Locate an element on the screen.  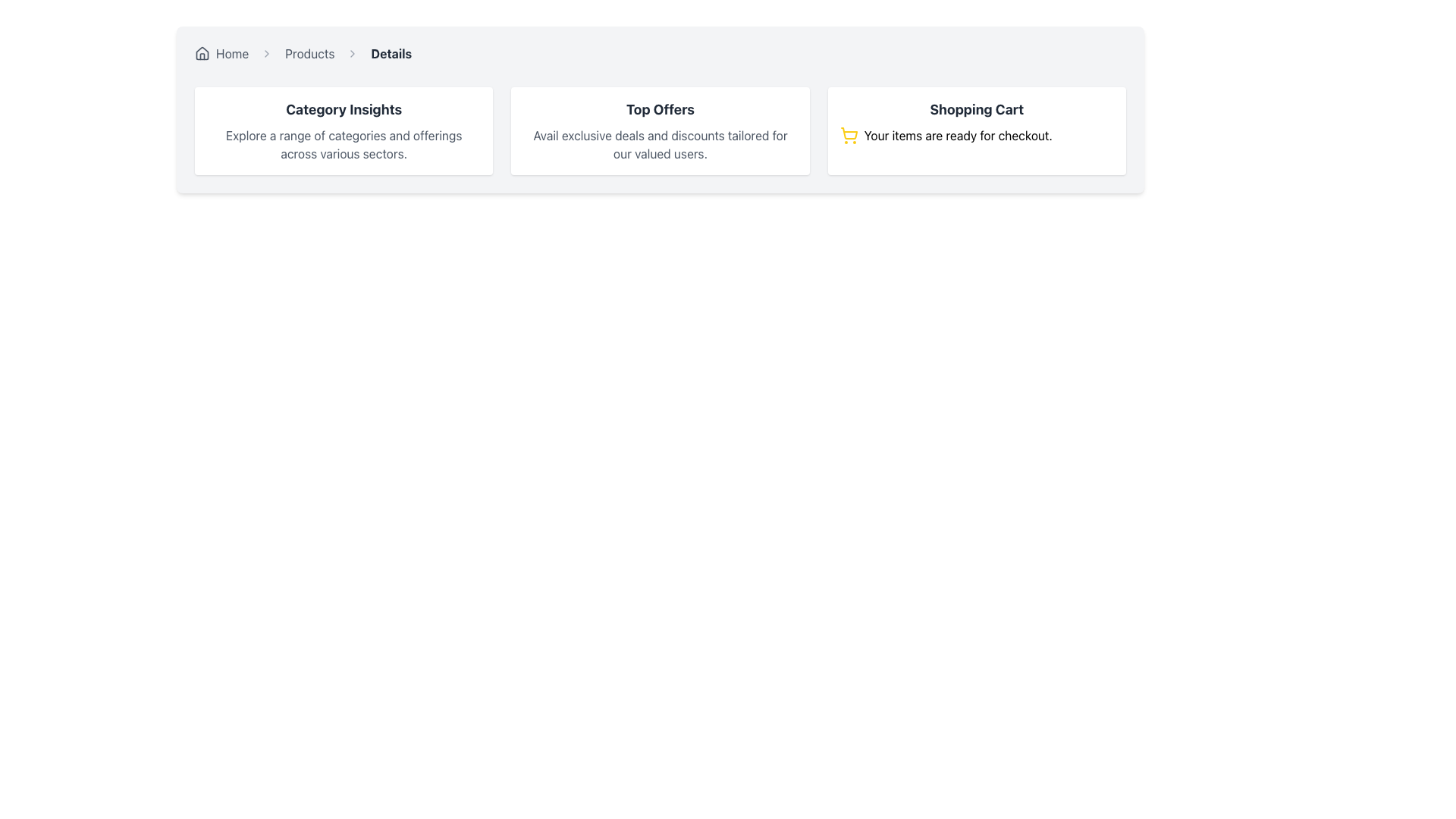
the 'Top Offers' heading text element, which is bold and large-sized, located in the middle card at the top of the section is located at coordinates (660, 109).